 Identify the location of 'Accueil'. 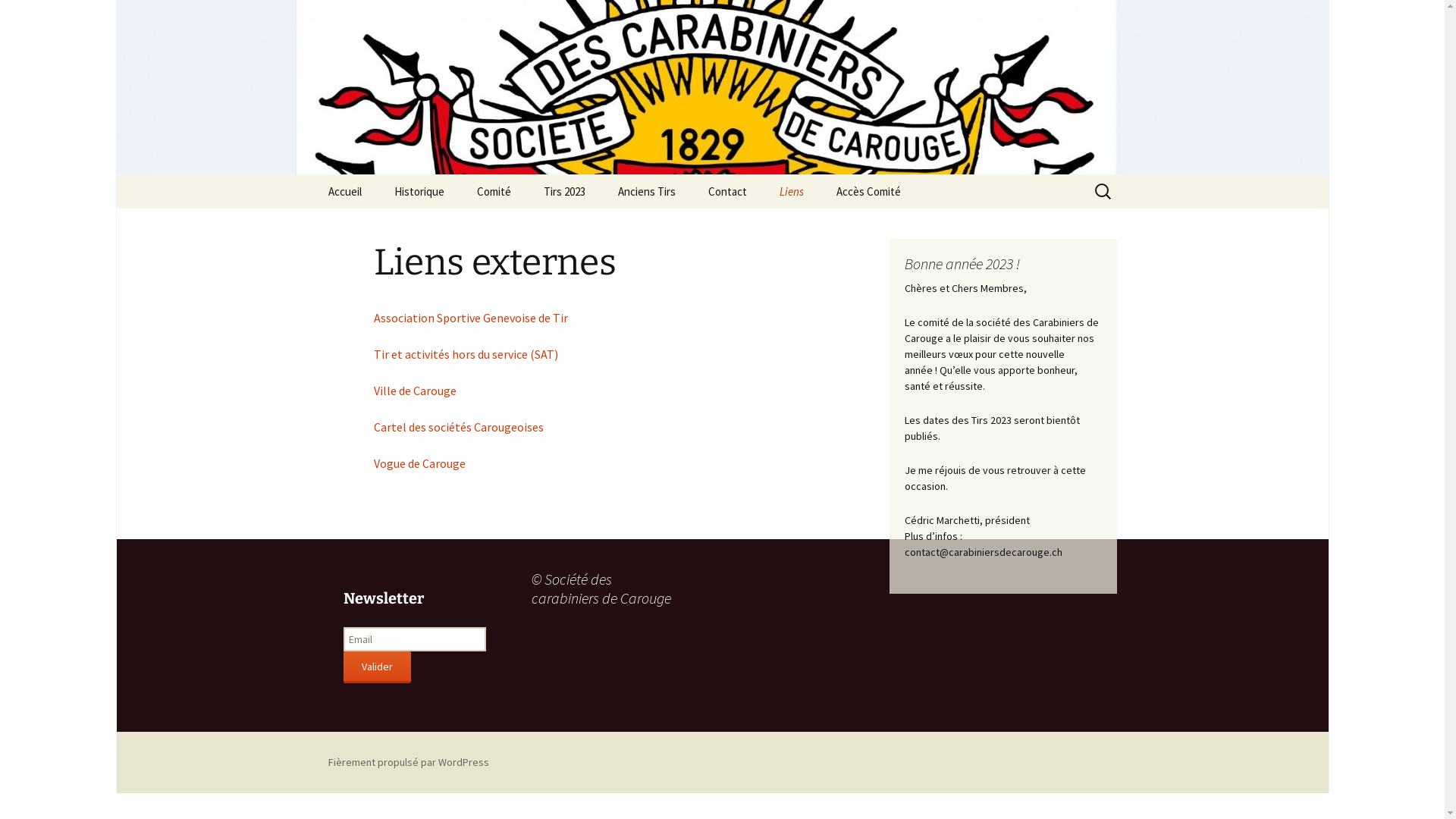
(344, 190).